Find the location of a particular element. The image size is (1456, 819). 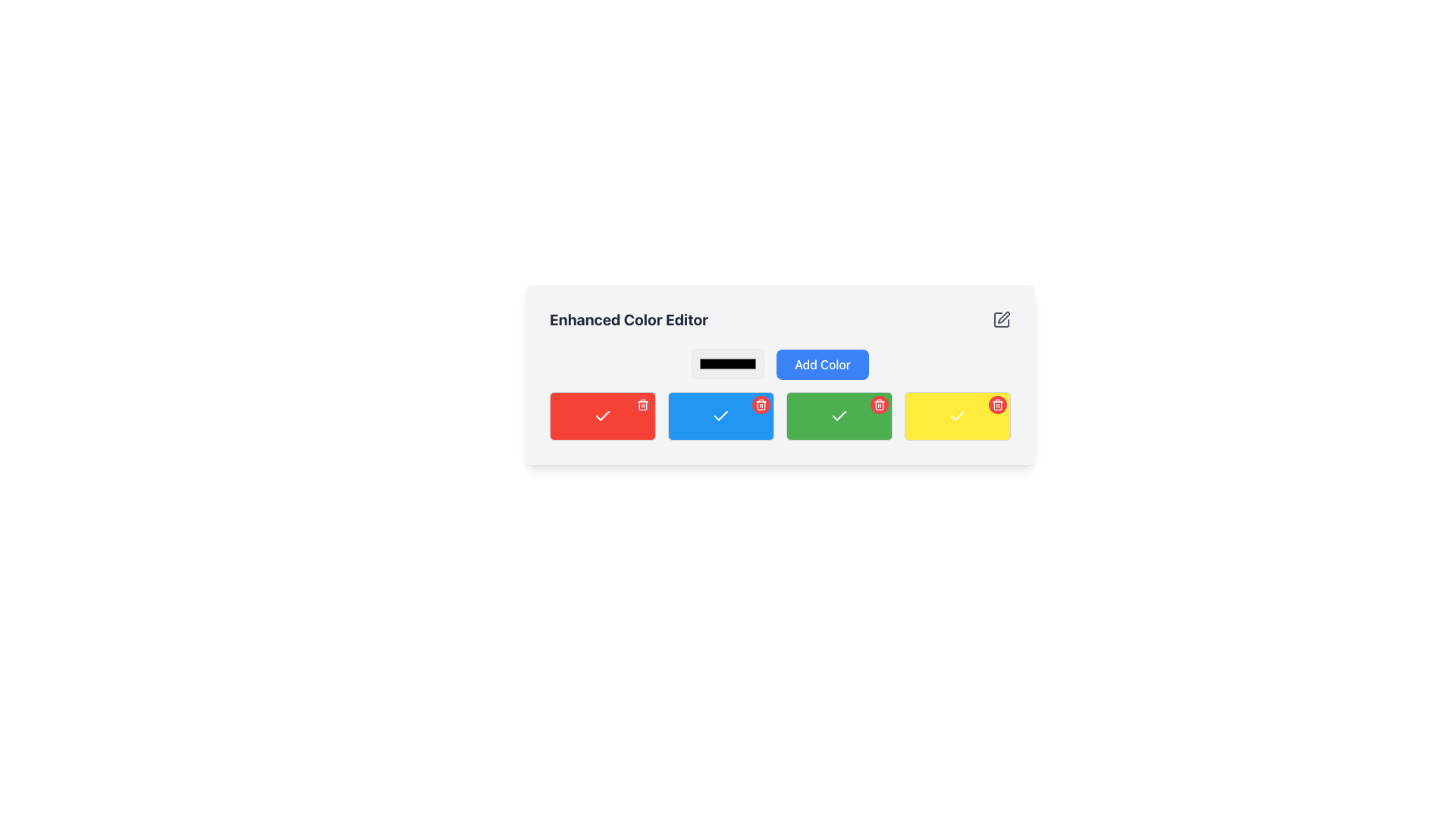

the trash bin icon located in the top-right corner of the blue button with a checkmark icon is located at coordinates (720, 416).